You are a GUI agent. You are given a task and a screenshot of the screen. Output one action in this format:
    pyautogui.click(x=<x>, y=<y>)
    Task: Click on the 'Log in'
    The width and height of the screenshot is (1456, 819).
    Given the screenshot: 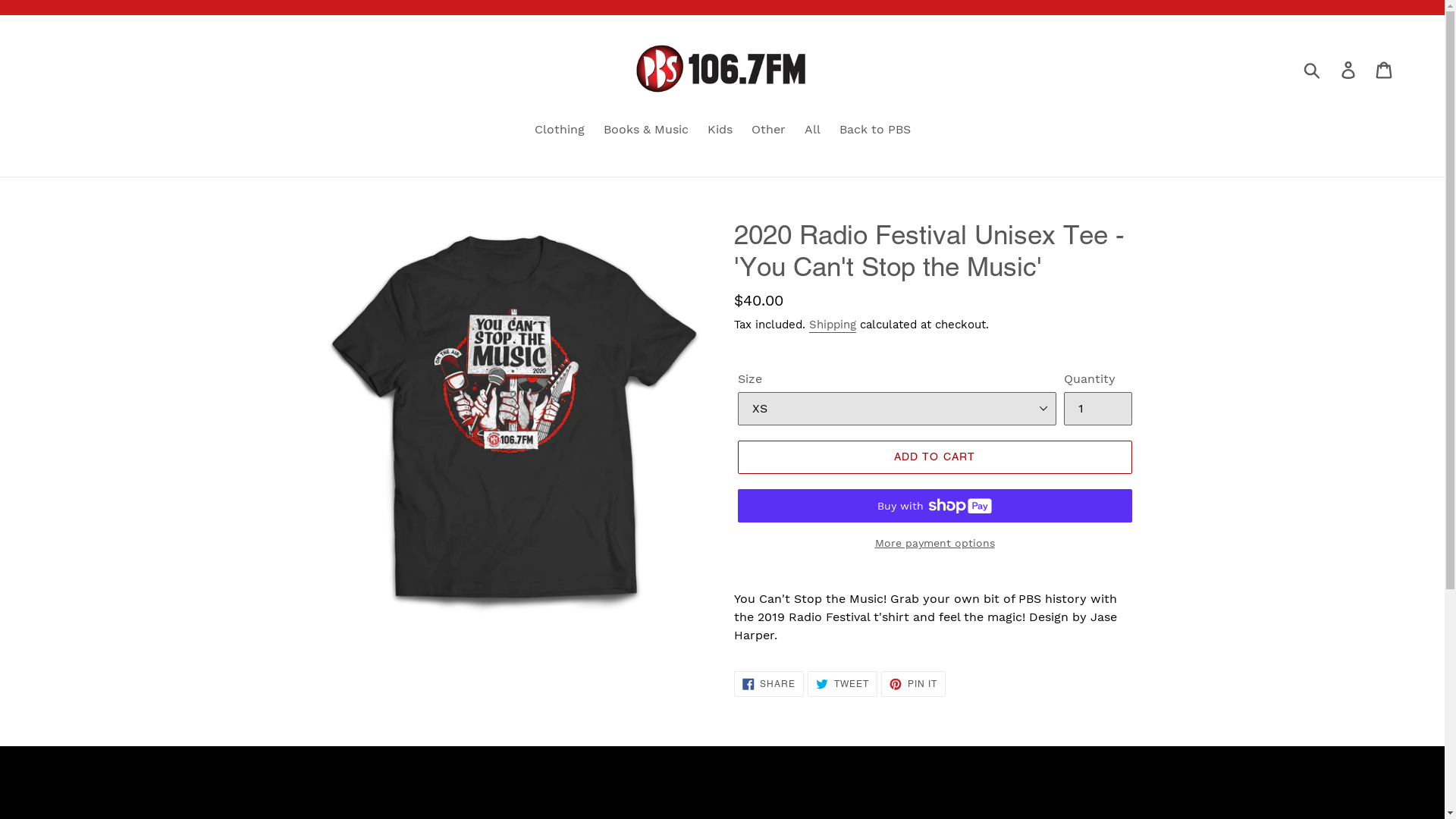 What is the action you would take?
    pyautogui.click(x=1331, y=70)
    